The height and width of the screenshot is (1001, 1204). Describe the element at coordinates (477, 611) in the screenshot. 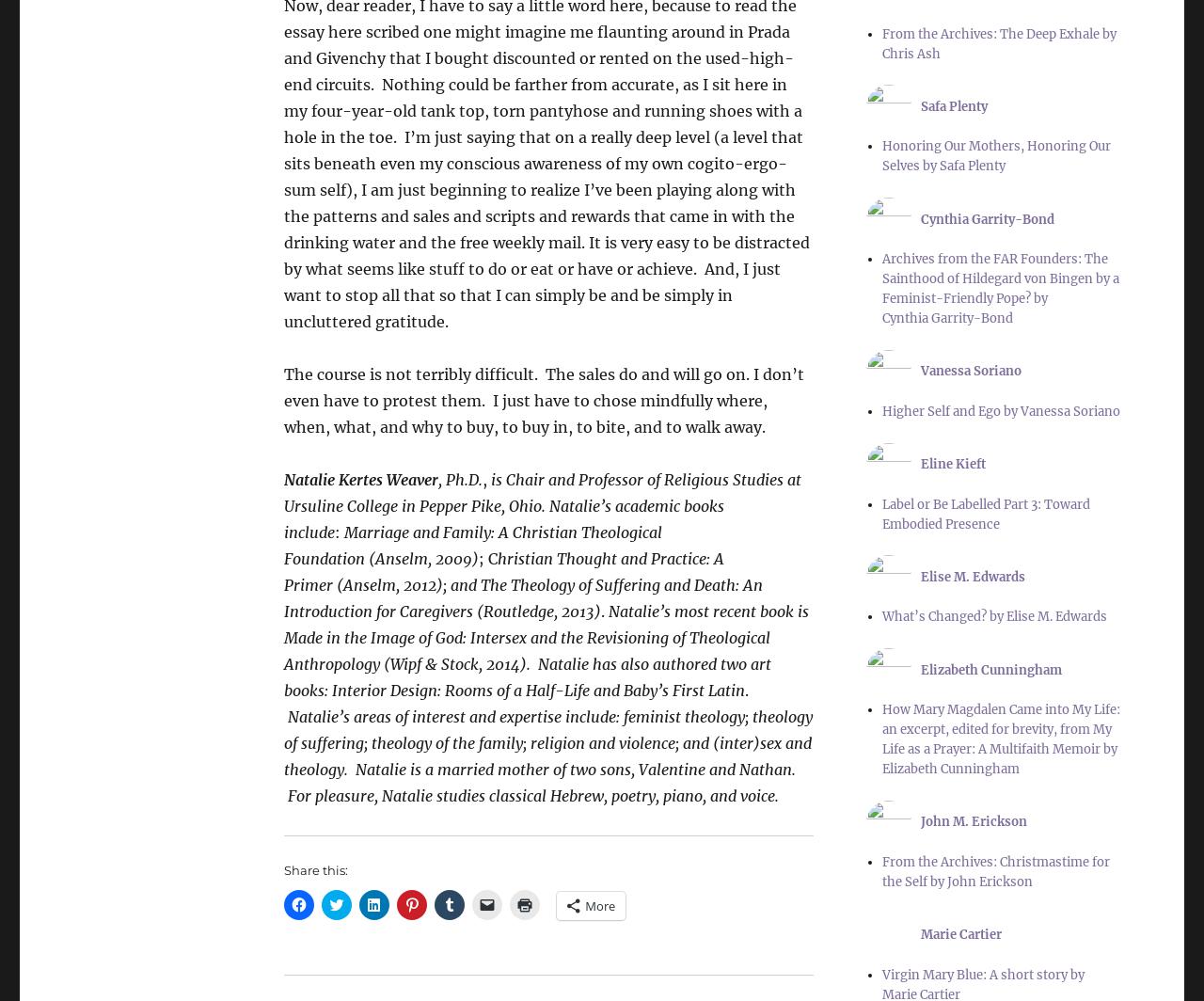

I see `'(Routledge, 2013)'` at that location.